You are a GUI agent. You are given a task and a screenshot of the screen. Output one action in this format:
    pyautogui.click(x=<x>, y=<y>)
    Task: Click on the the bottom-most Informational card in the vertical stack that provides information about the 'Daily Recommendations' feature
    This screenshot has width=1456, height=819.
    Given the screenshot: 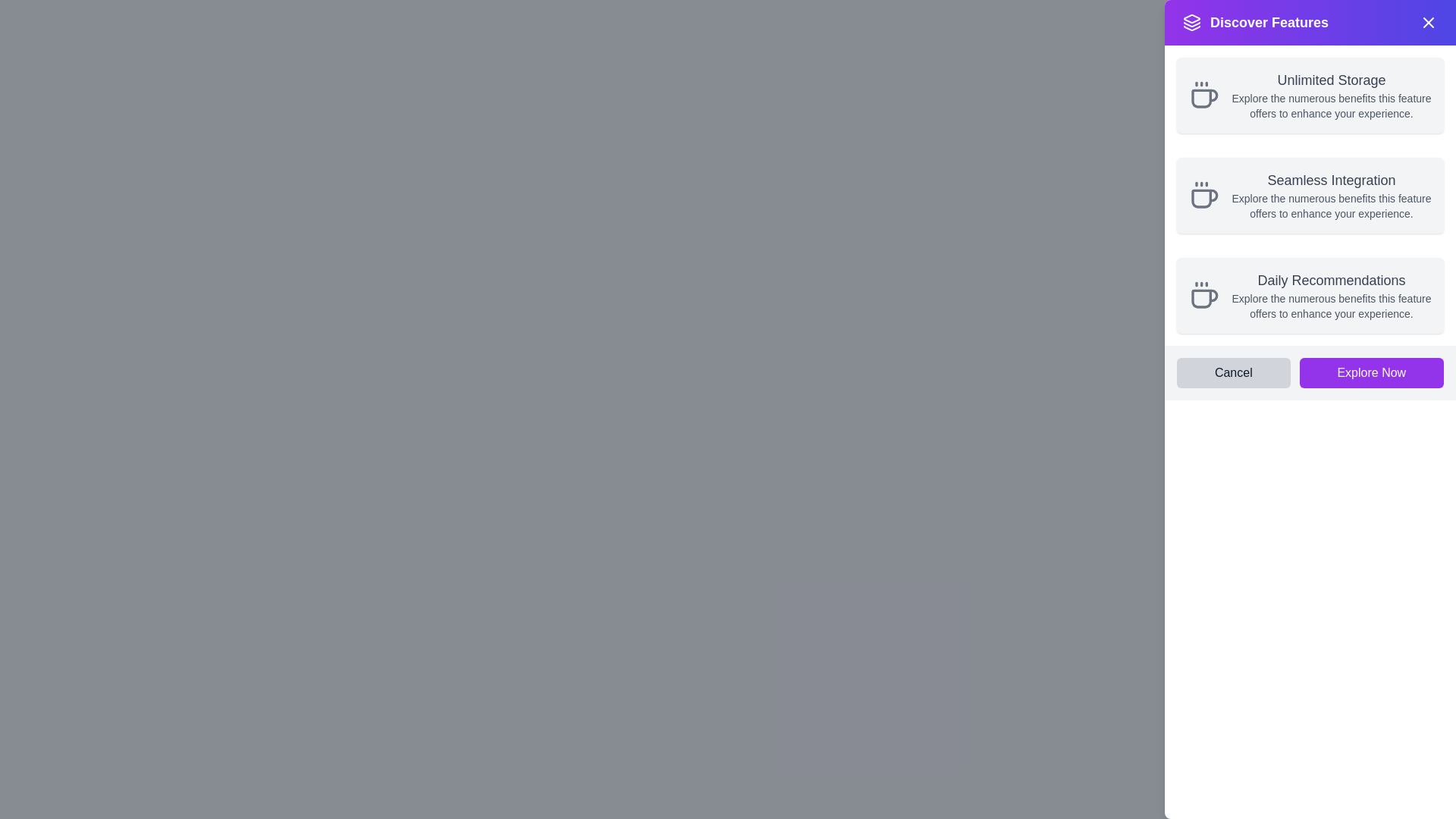 What is the action you would take?
    pyautogui.click(x=1310, y=295)
    